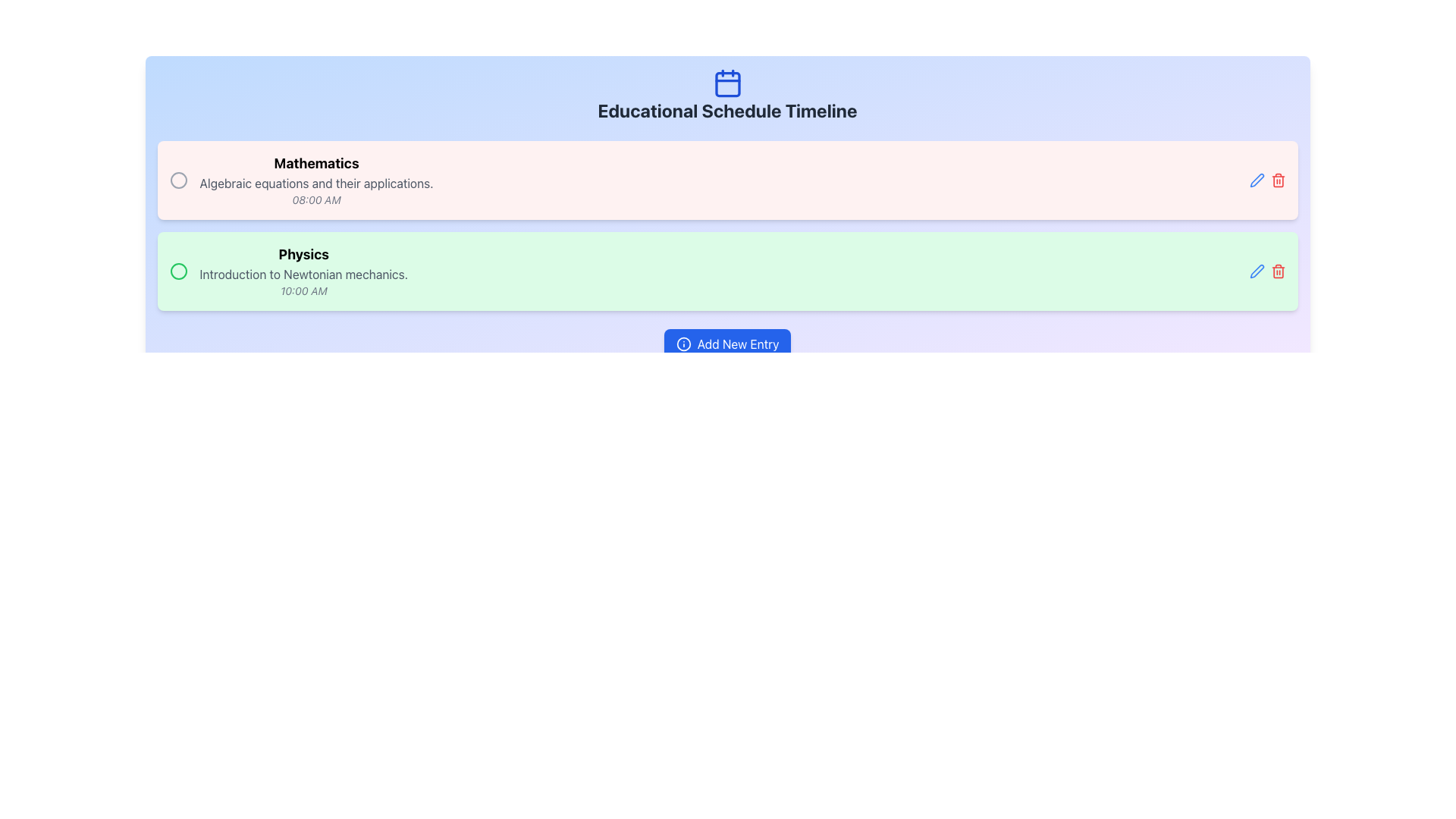  Describe the element at coordinates (178, 180) in the screenshot. I see `the appearance of the symbolic marker icon associated with the 'Mathematics' schedule entry, located in the top-left corner of the item` at that location.